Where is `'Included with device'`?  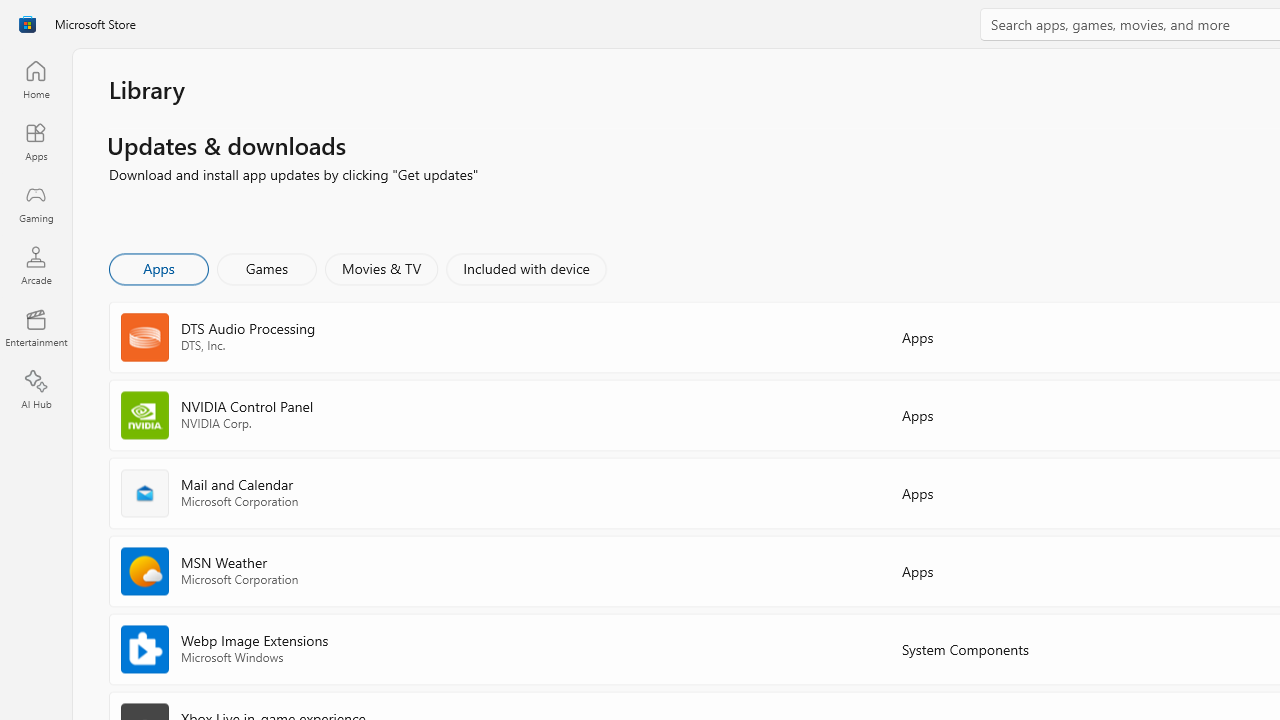
'Included with device' is located at coordinates (525, 267).